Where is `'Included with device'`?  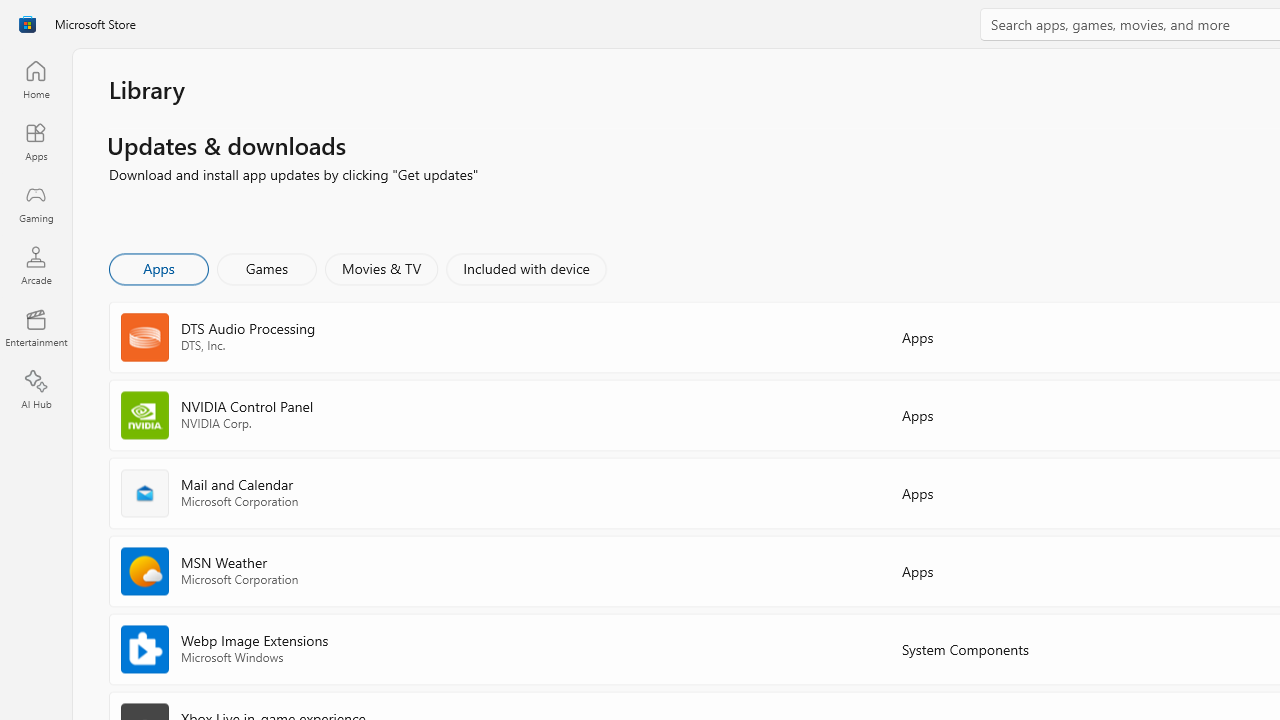
'Included with device' is located at coordinates (525, 267).